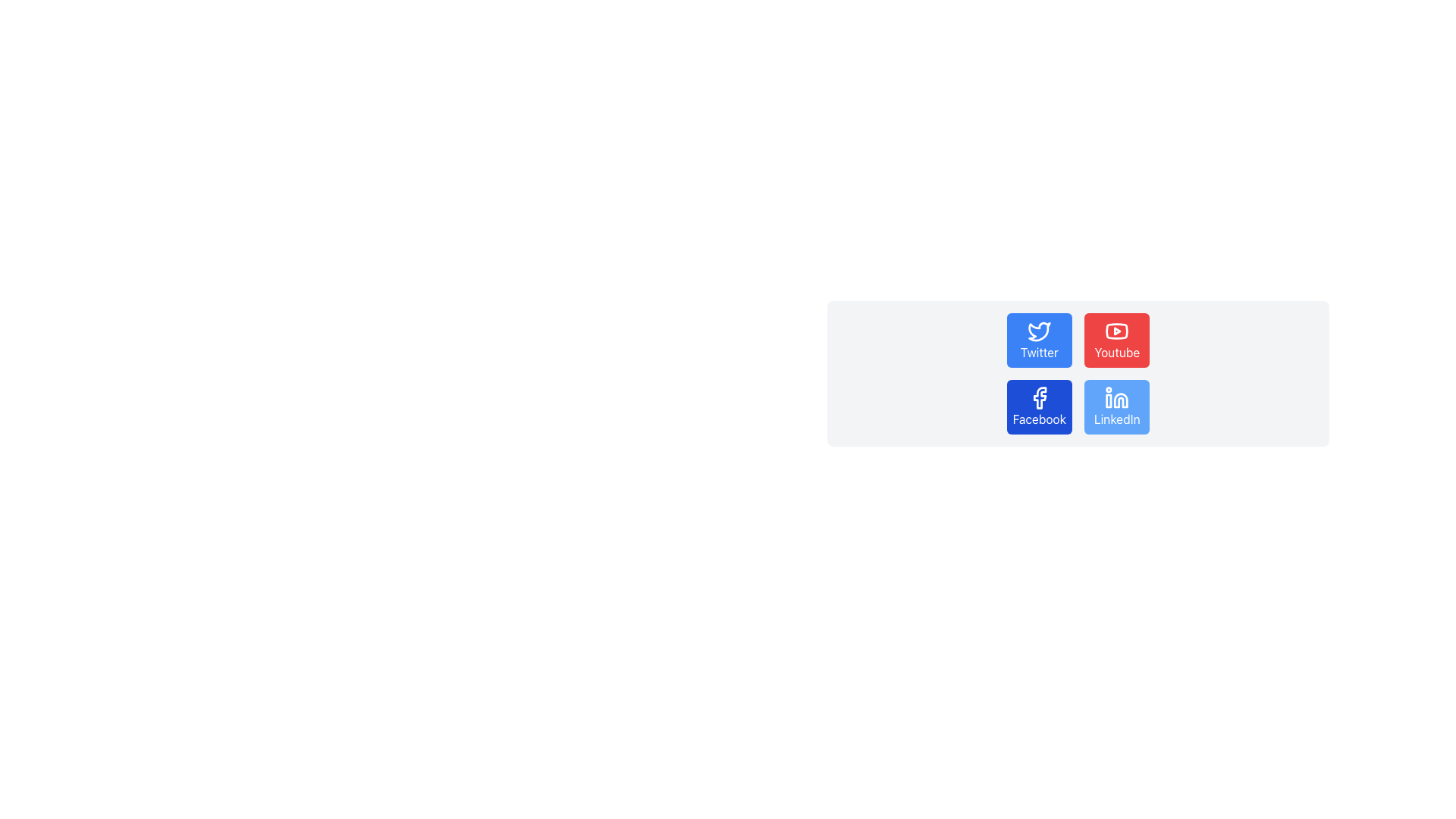 This screenshot has height=819, width=1456. I want to click on the LinkedIn icon located in the bottom-right section of the social media icons grid, so click(1117, 397).